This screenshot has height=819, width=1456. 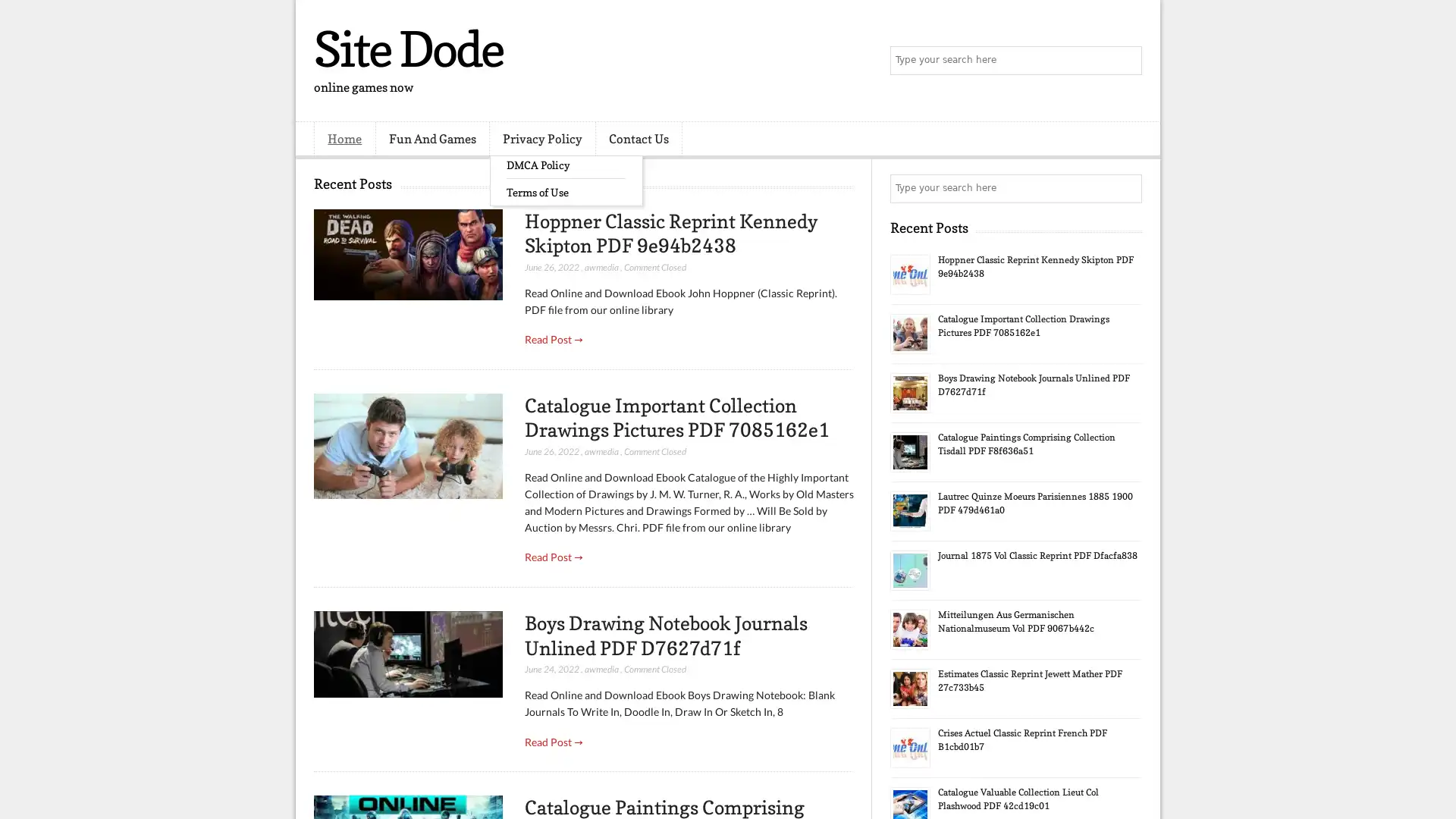 I want to click on Search, so click(x=1126, y=188).